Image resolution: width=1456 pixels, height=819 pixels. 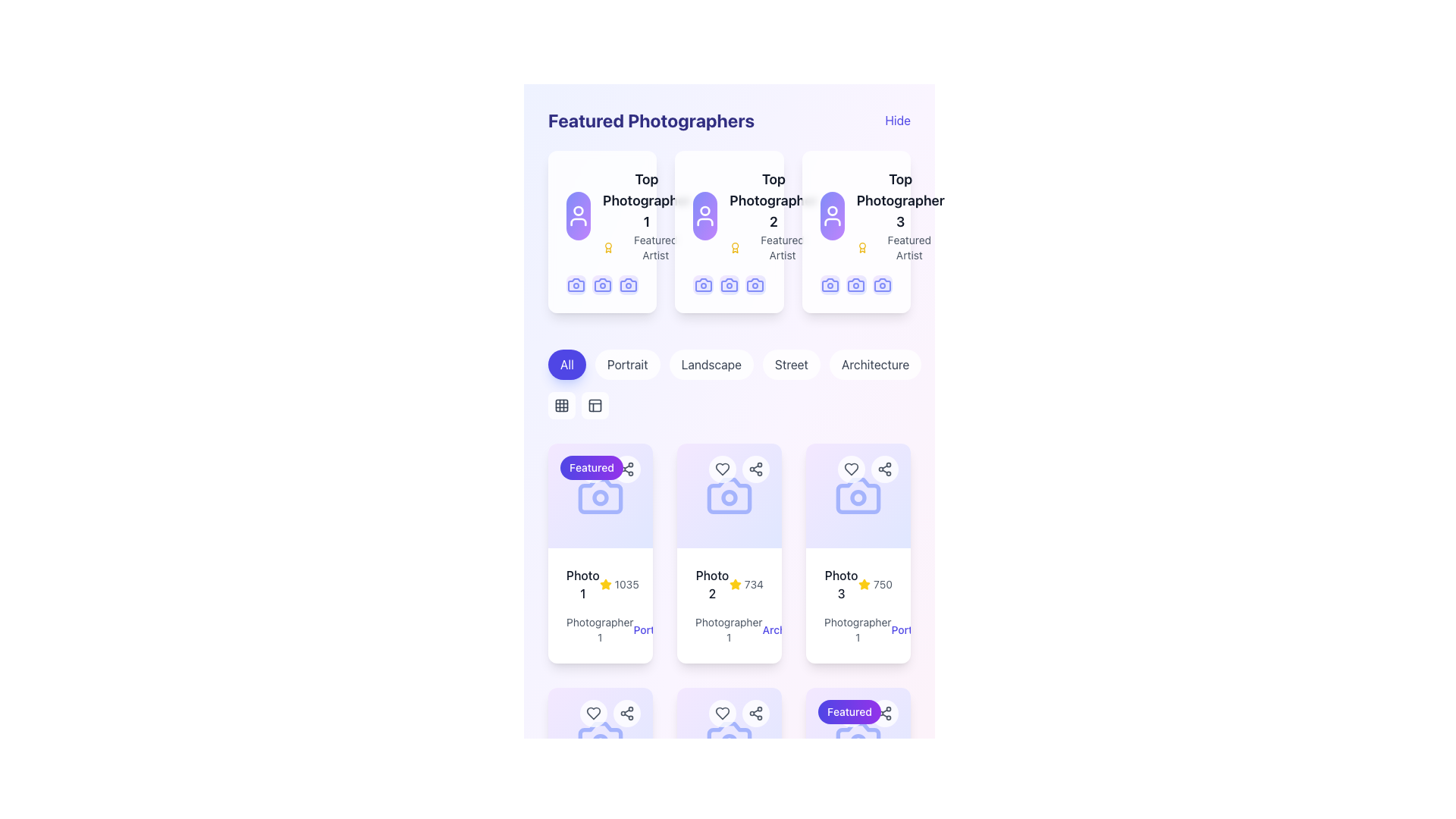 I want to click on the purple camera icon in the second position of the bottom row within the first card of the 'Featured Photographers' section, so click(x=629, y=285).